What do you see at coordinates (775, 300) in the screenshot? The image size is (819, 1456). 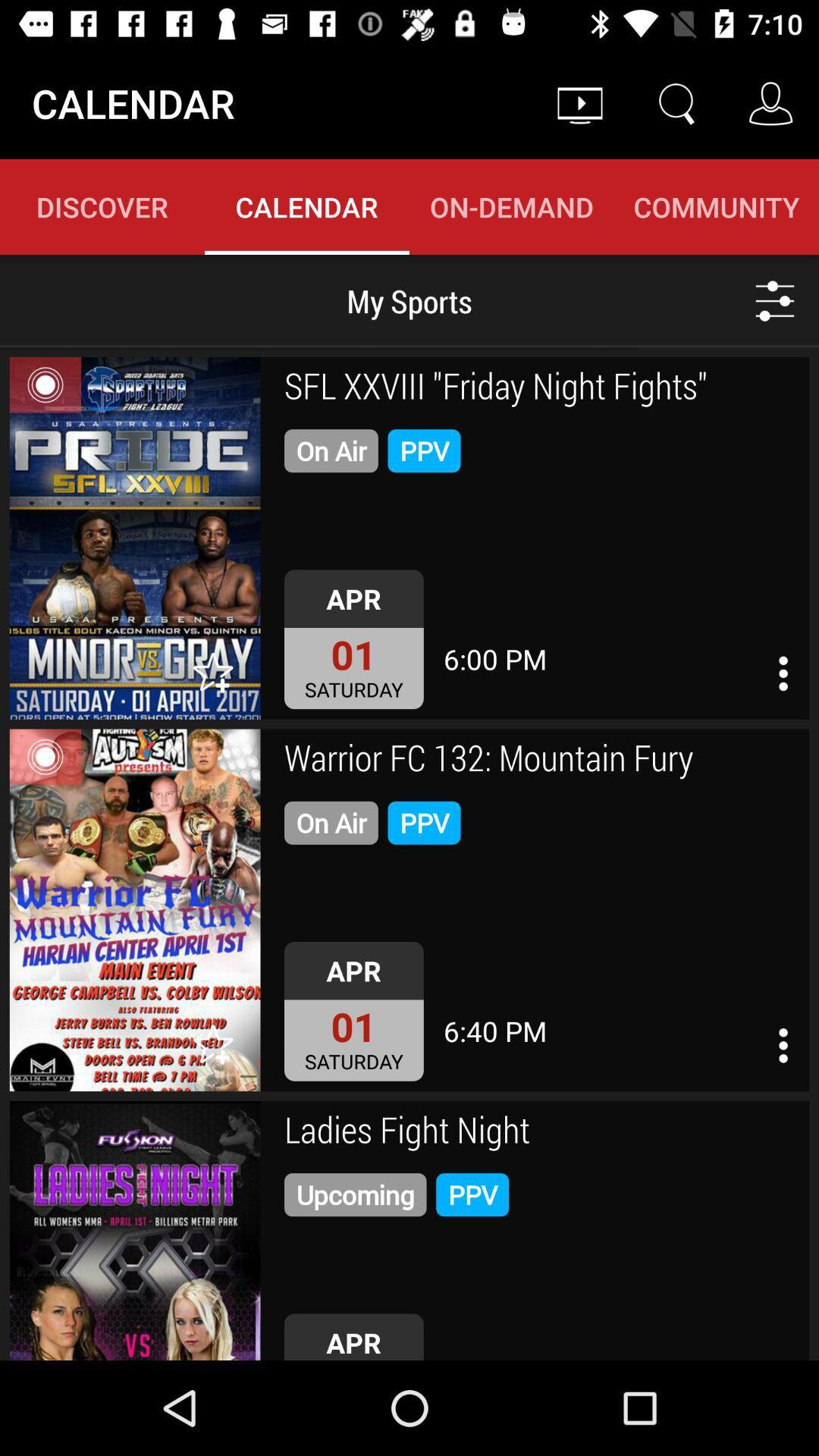 I see `the sliders icon` at bounding box center [775, 300].